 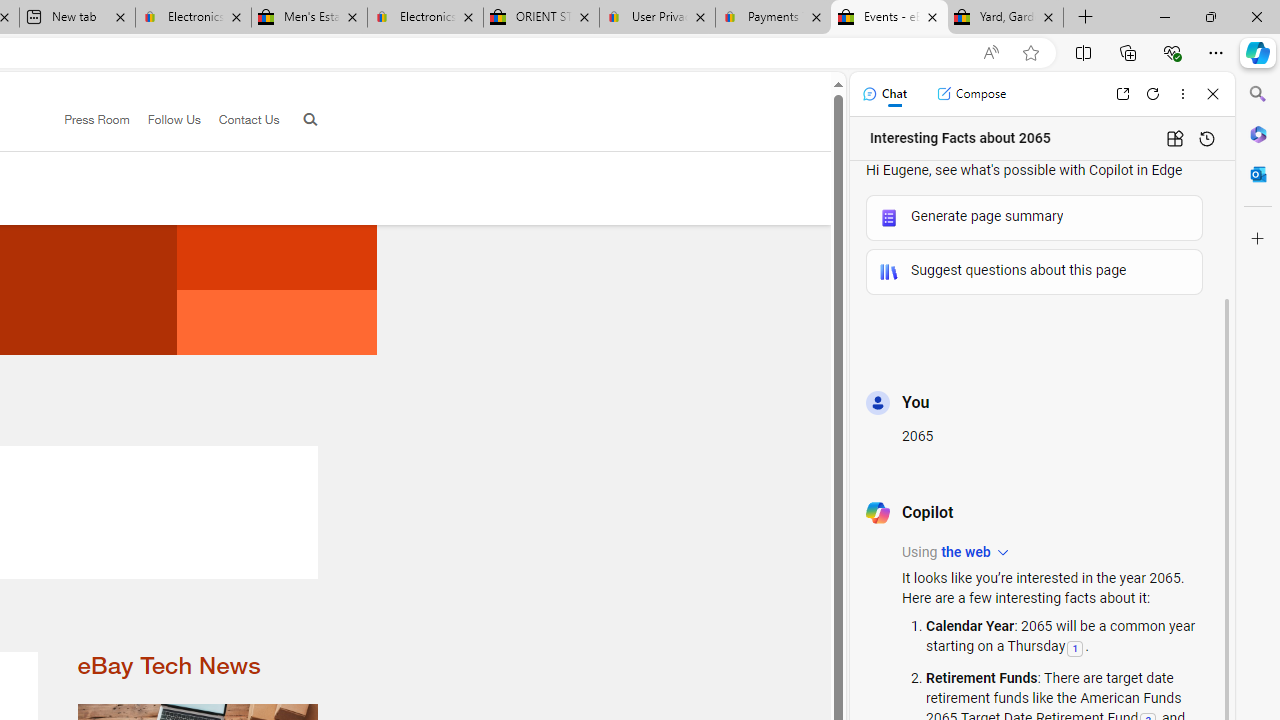 I want to click on 'Payments Terms of Use | eBay.com', so click(x=772, y=17).